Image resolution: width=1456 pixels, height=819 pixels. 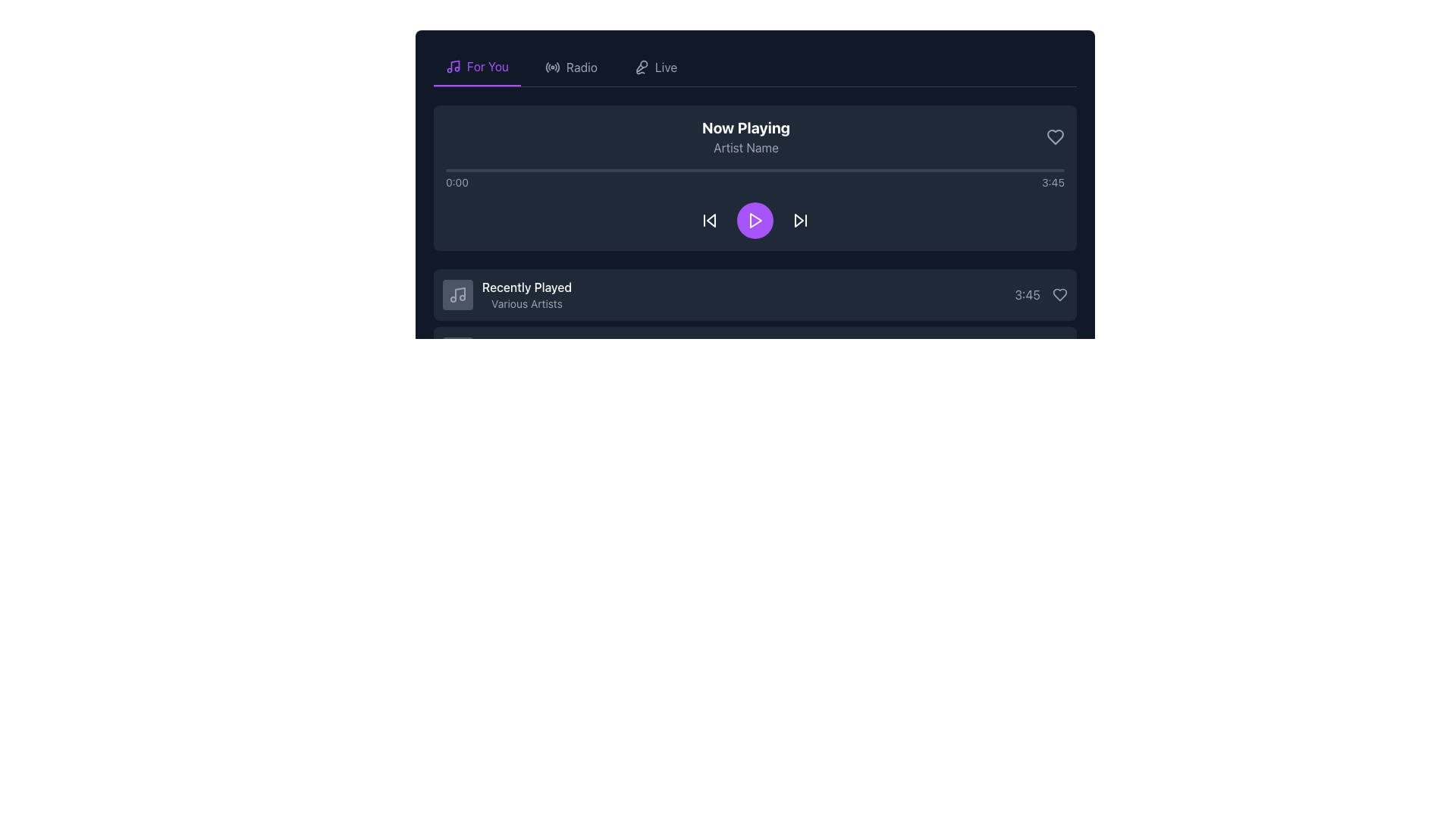 I want to click on the backward skip icon button located to the left of the purple play button in the media player interface, so click(x=709, y=220).